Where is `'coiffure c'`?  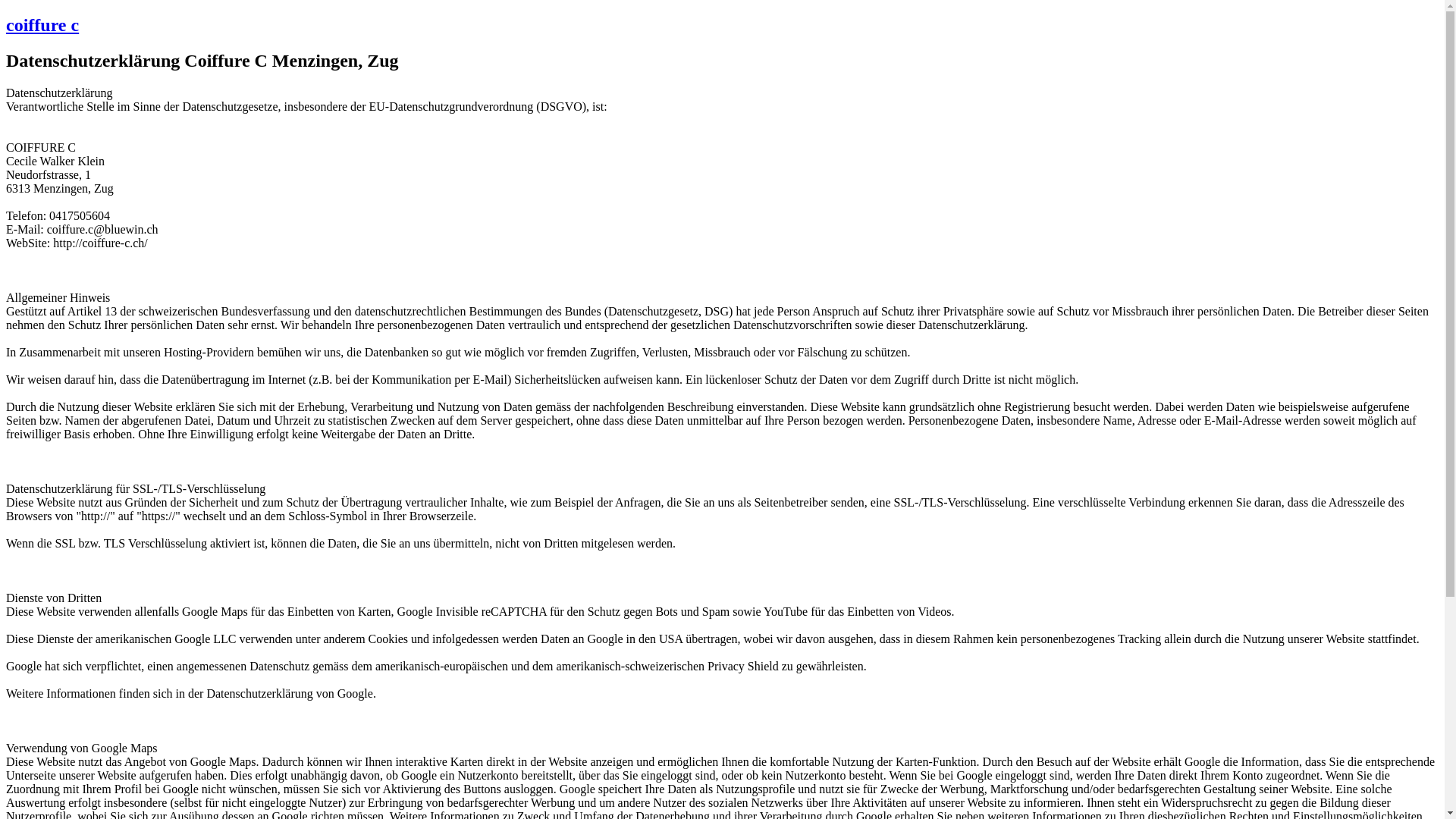
'coiffure c' is located at coordinates (6, 25).